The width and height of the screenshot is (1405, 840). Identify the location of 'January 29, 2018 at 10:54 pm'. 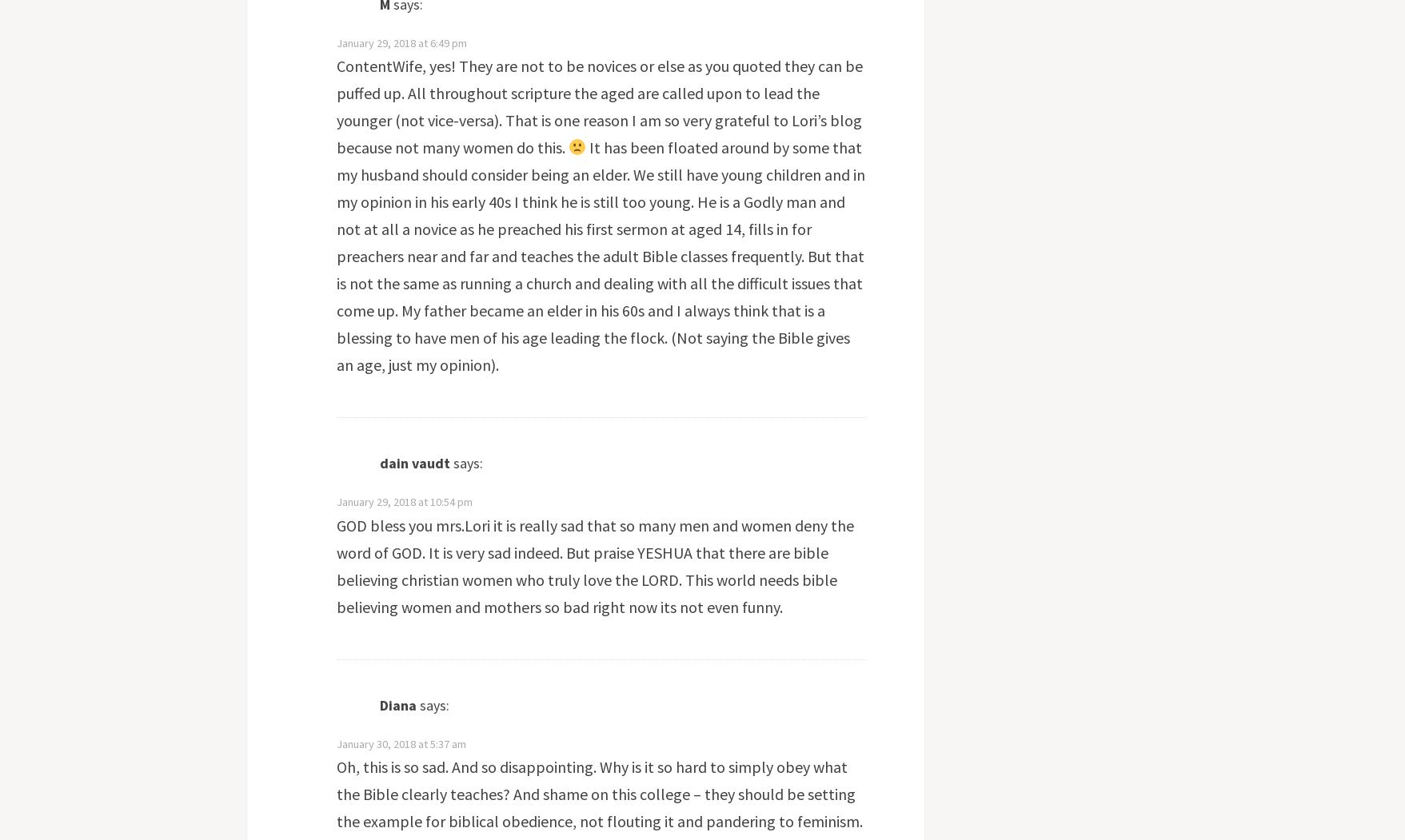
(334, 500).